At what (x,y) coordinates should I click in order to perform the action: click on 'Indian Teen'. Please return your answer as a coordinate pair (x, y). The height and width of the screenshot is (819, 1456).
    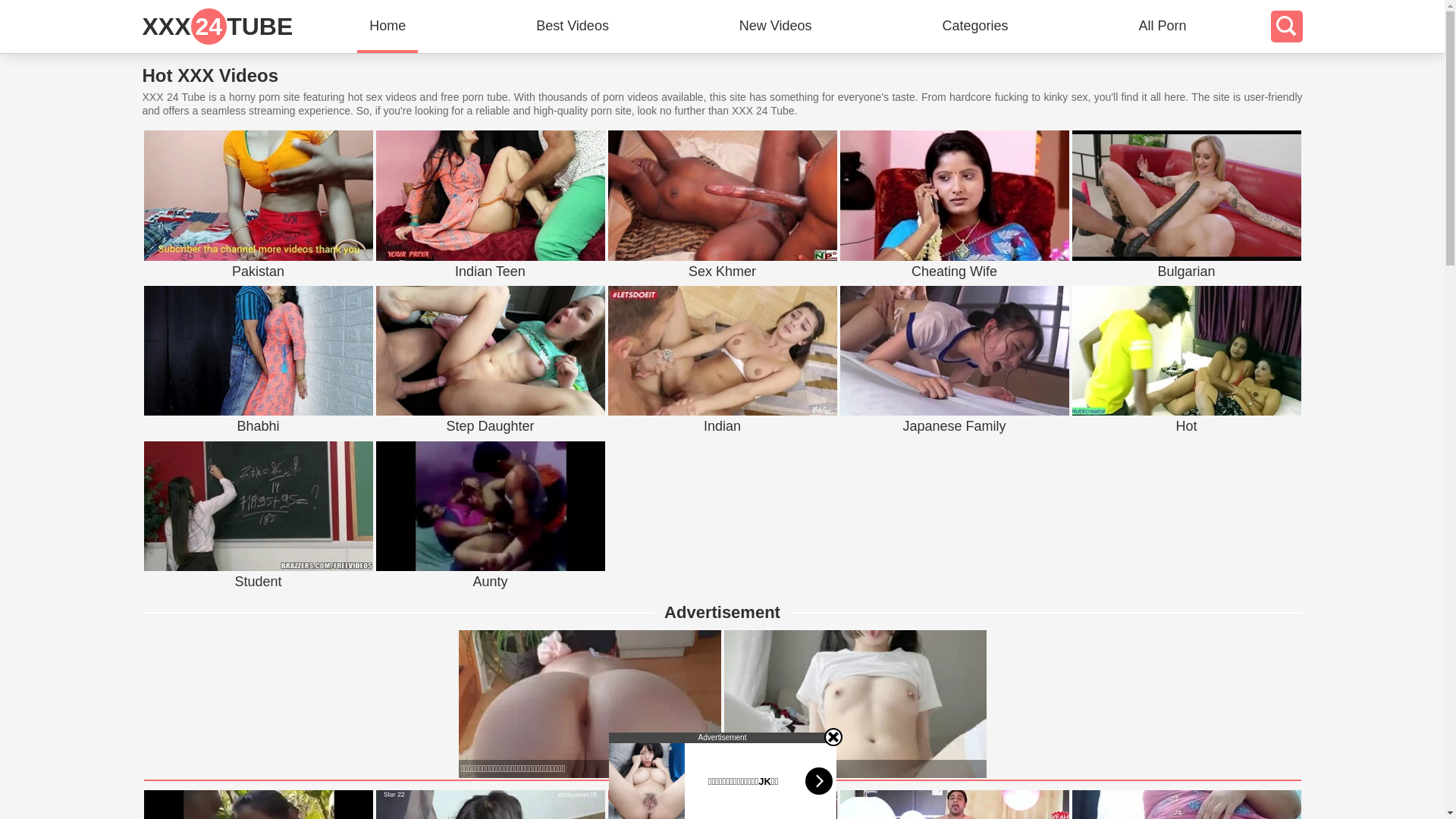
    Looking at the image, I should click on (491, 194).